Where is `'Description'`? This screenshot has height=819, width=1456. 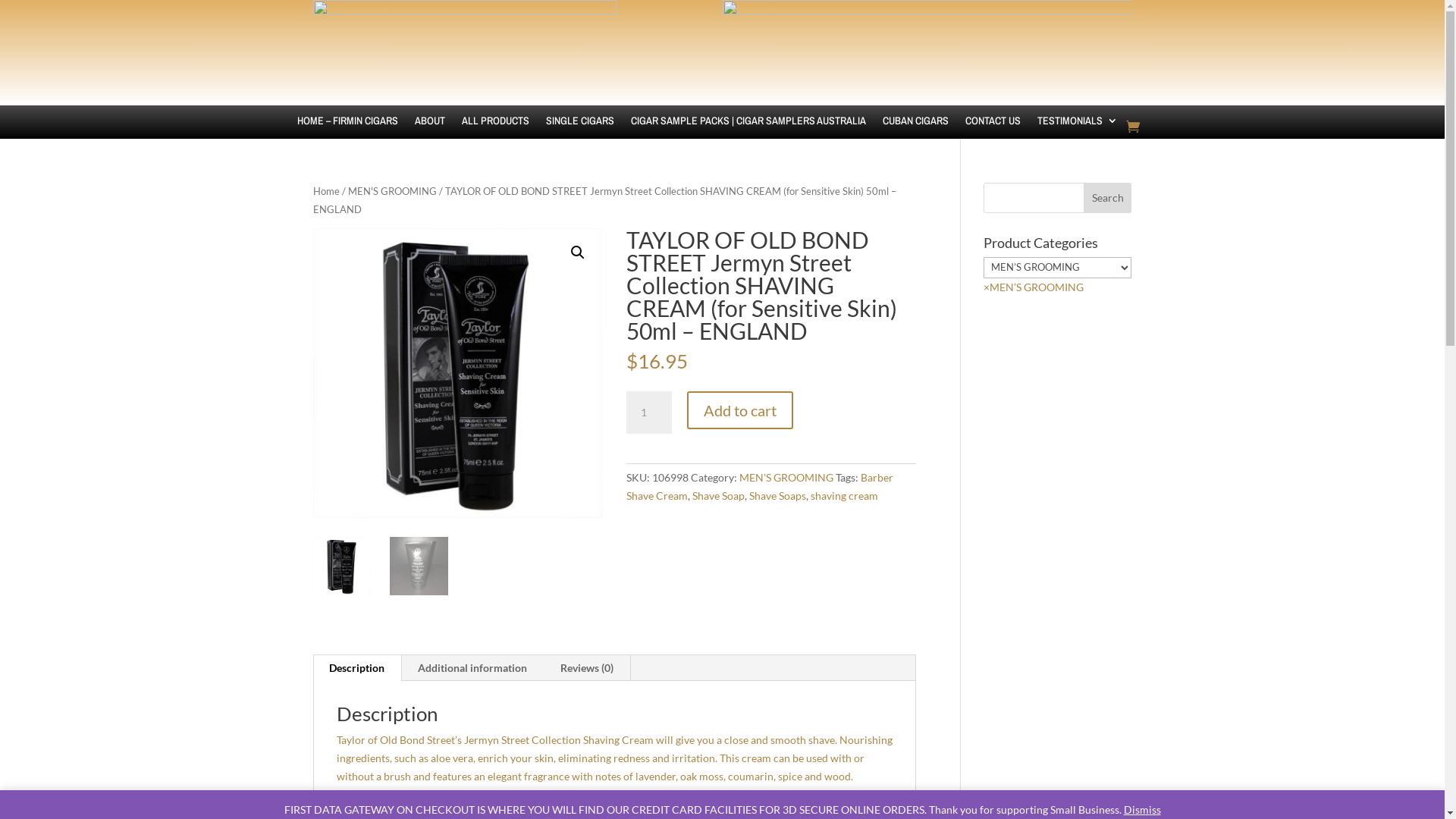 'Description' is located at coordinates (356, 667).